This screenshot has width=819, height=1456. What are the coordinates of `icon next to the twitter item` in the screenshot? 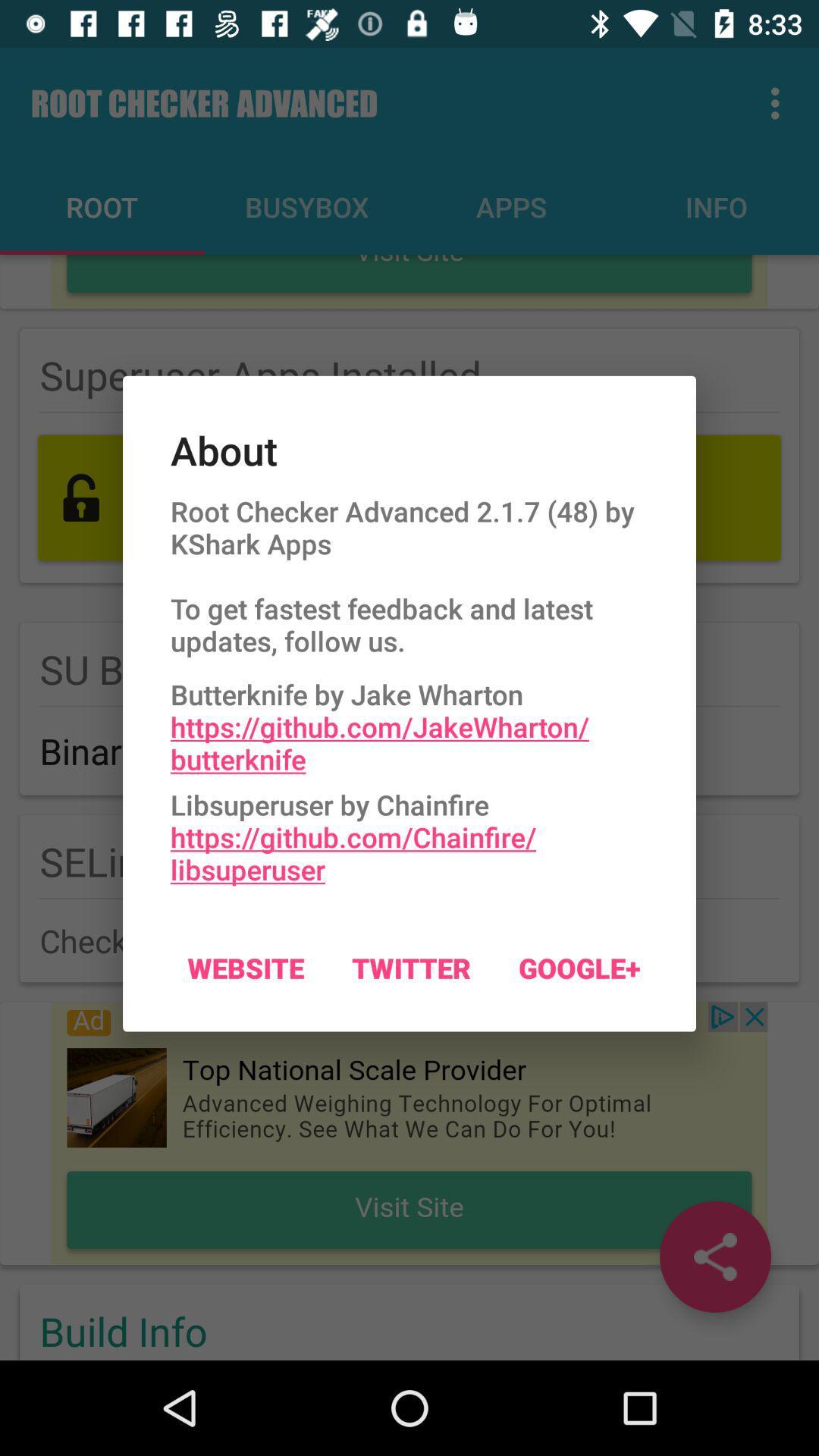 It's located at (245, 967).